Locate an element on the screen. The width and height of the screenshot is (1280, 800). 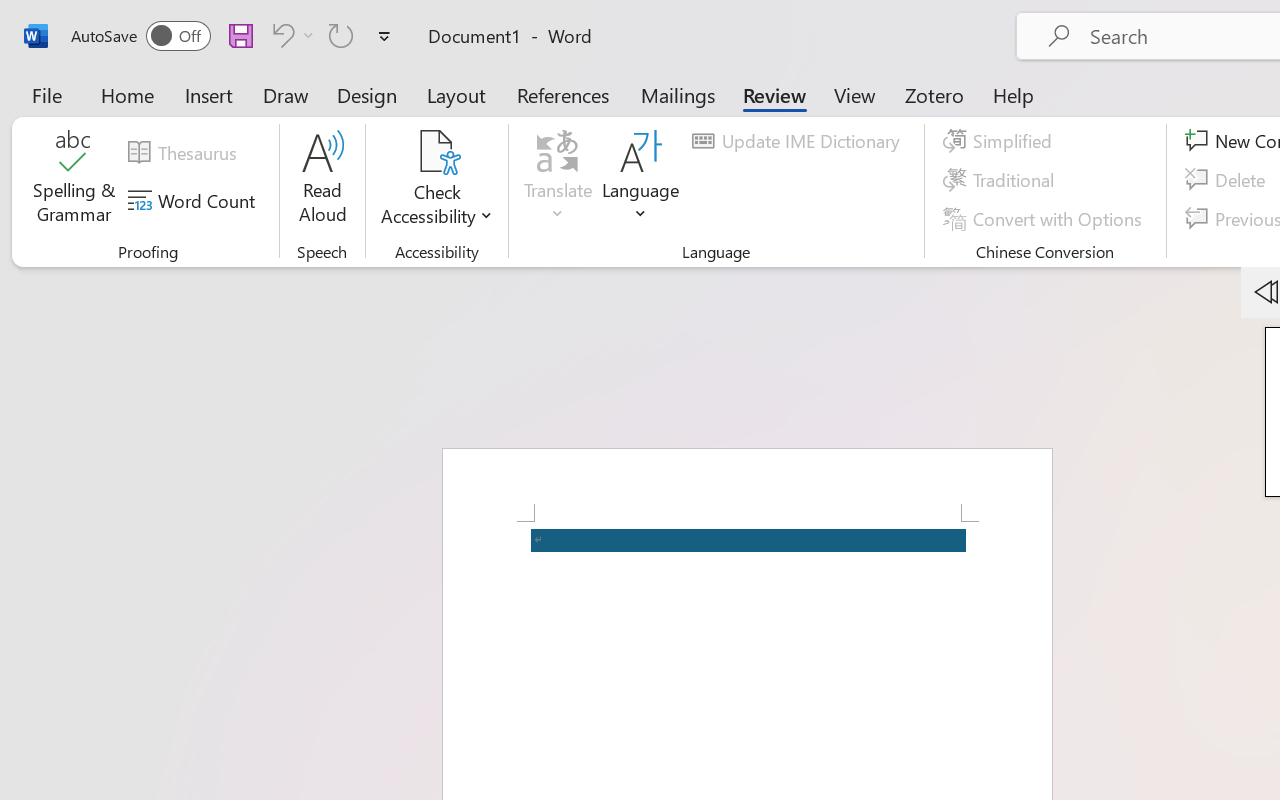
'Translate' is located at coordinates (558, 179).